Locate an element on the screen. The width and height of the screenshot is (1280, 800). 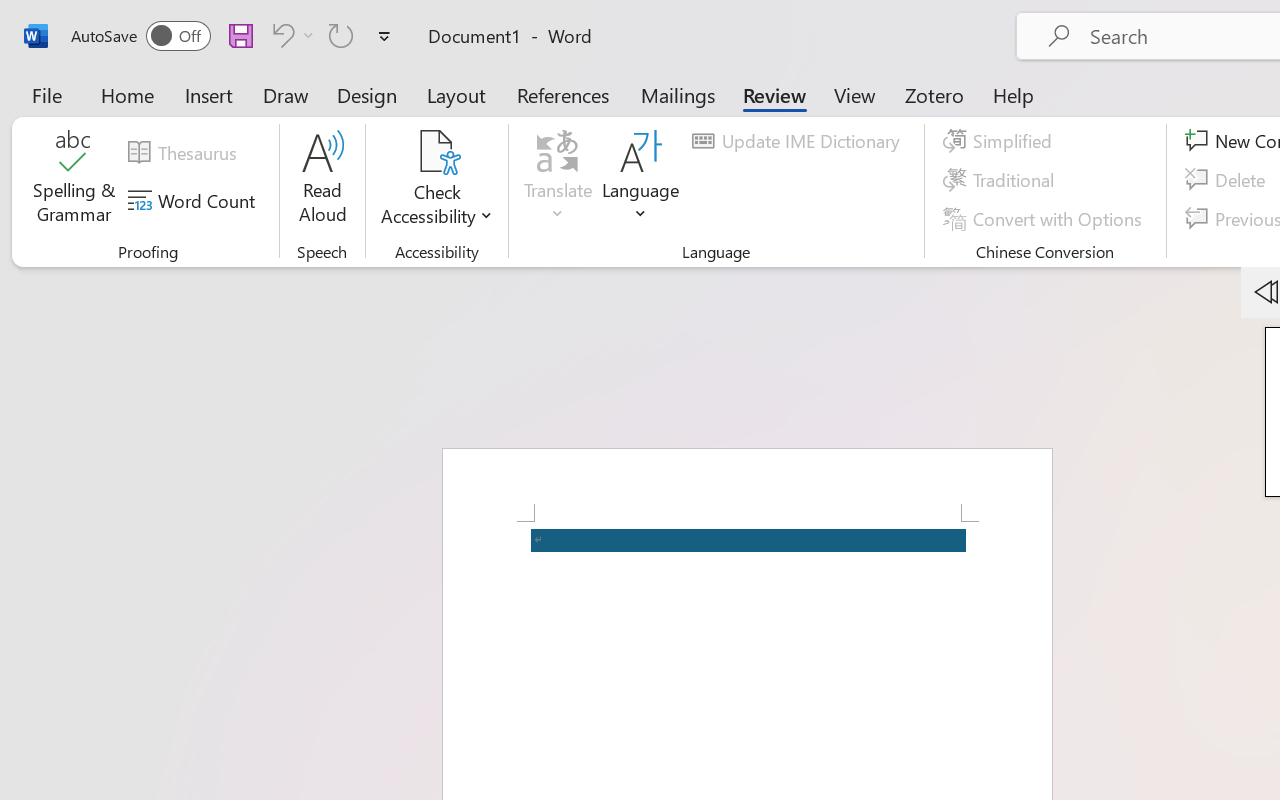
'Translate' is located at coordinates (558, 179).